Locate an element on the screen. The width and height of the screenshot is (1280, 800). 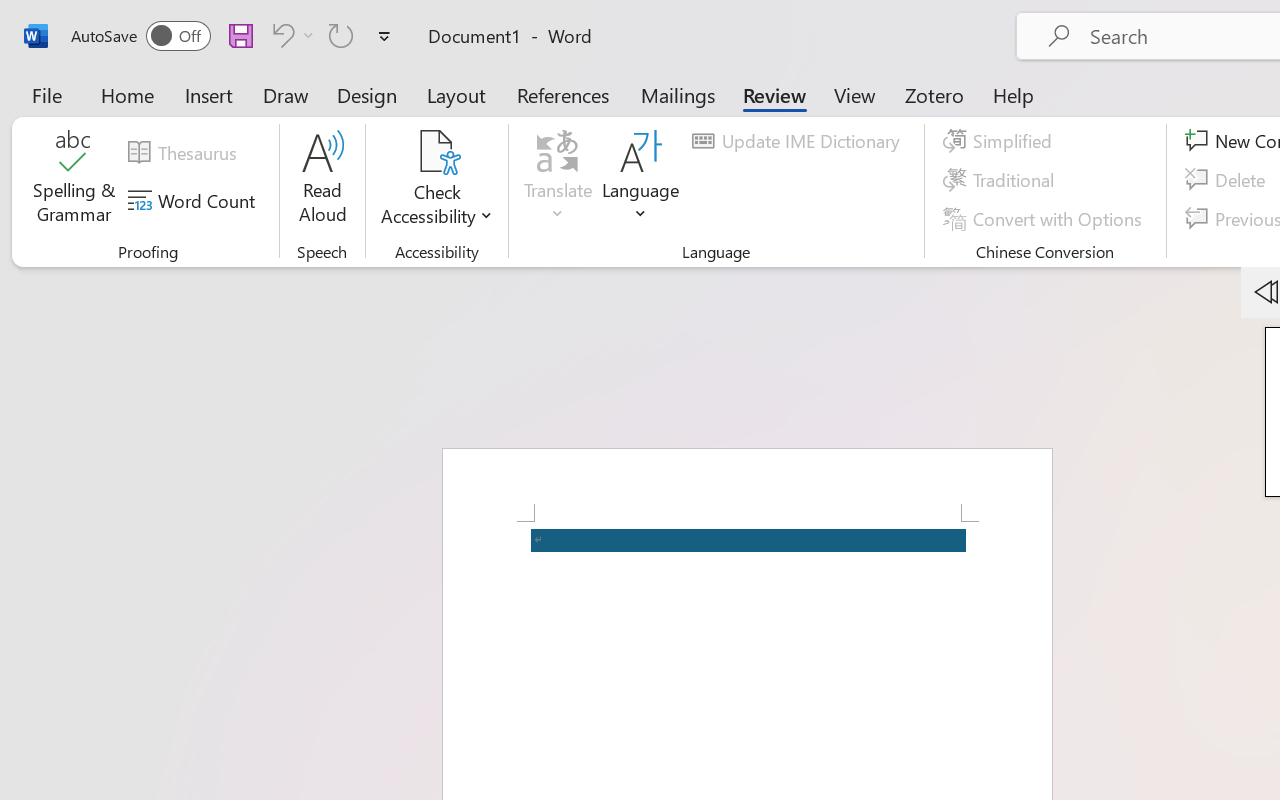
'Translate' is located at coordinates (558, 179).